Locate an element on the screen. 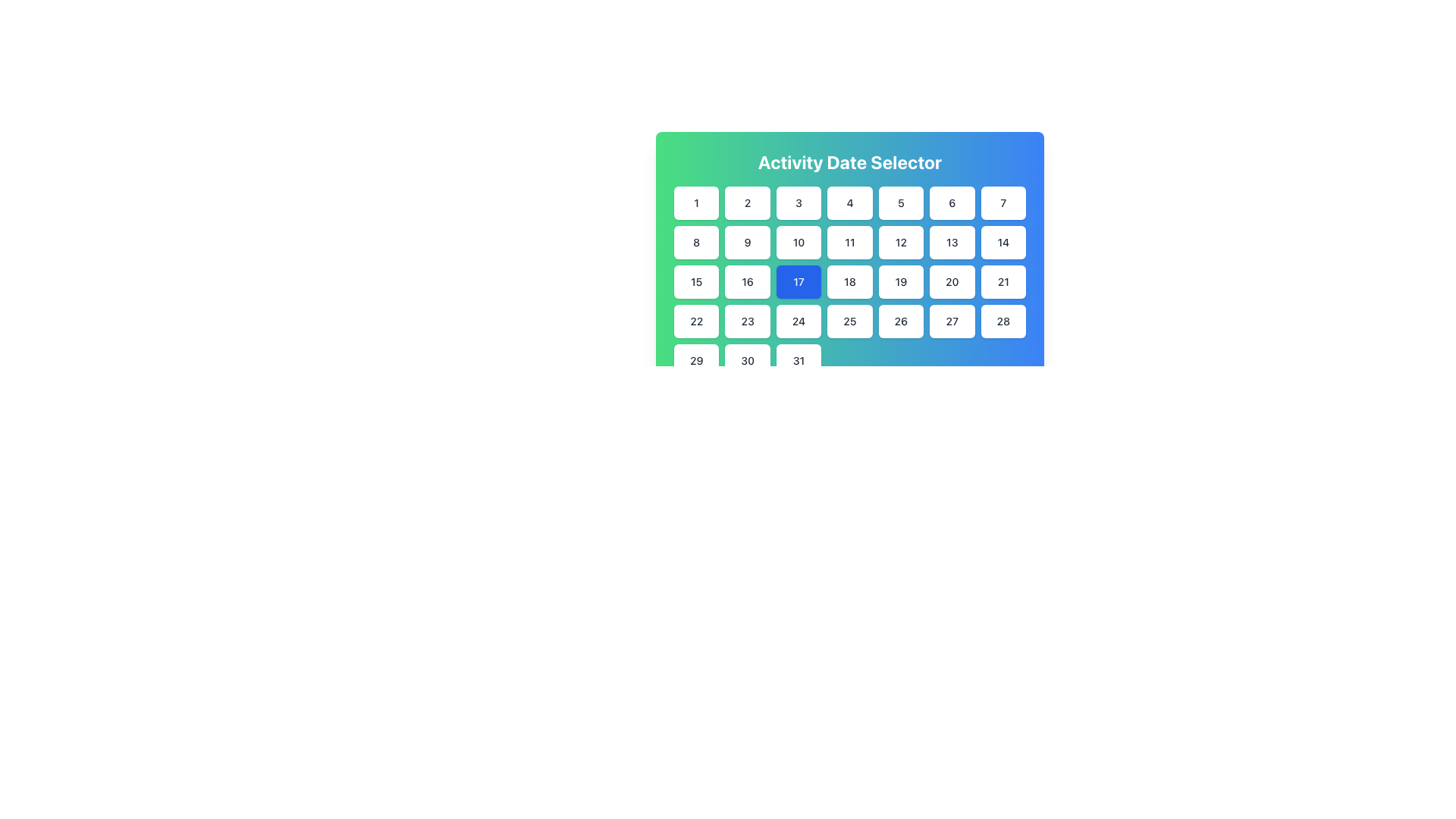 This screenshot has width=1456, height=819. the 20th day button in the calendar grid under 'Activity Date Selector' is located at coordinates (951, 281).